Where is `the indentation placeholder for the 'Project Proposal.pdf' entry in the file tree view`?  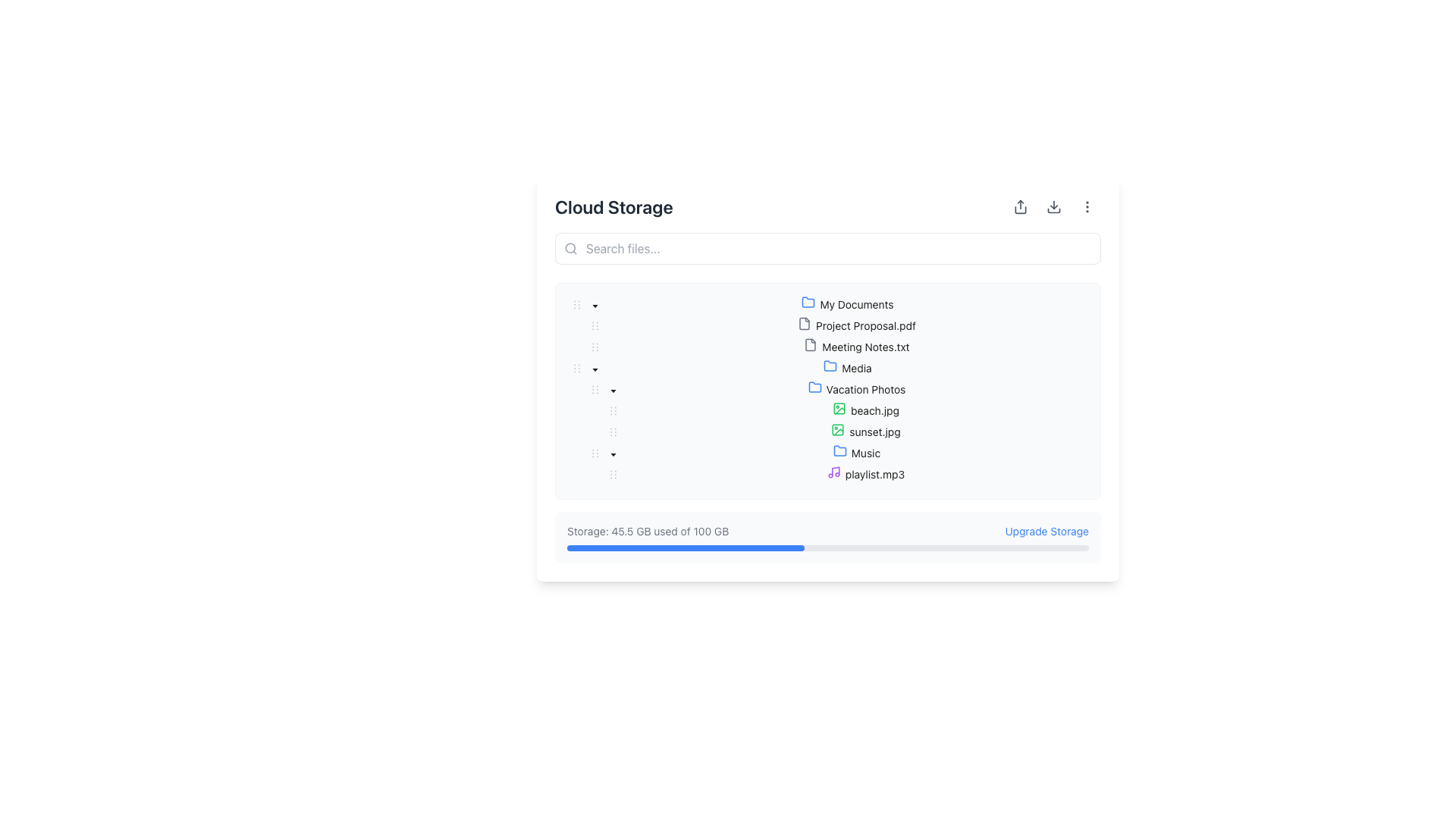
the indentation placeholder for the 'Project Proposal.pdf' entry in the file tree view is located at coordinates (576, 325).